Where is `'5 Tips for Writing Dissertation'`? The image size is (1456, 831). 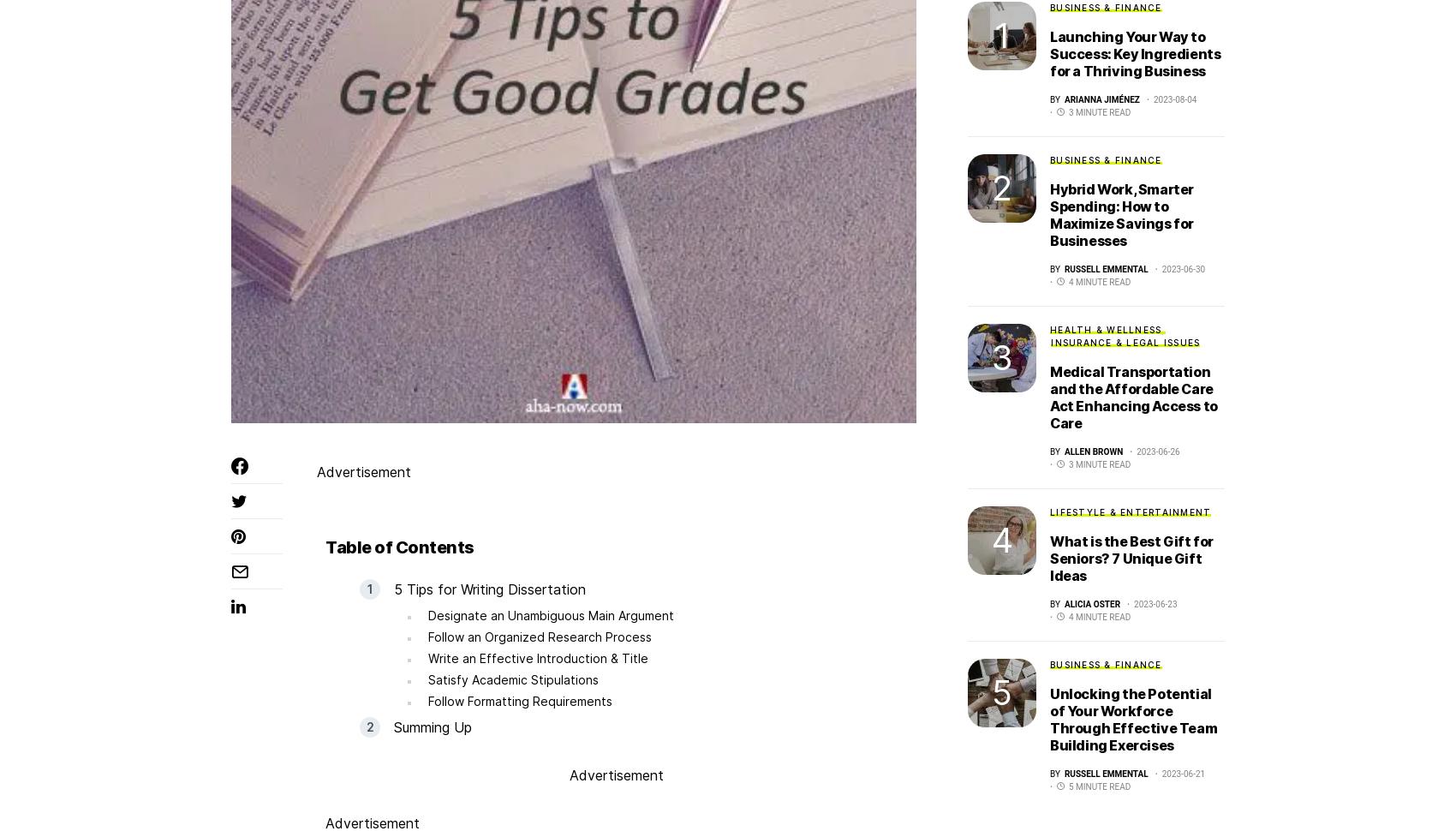
'5 Tips for Writing Dissertation' is located at coordinates (489, 589).